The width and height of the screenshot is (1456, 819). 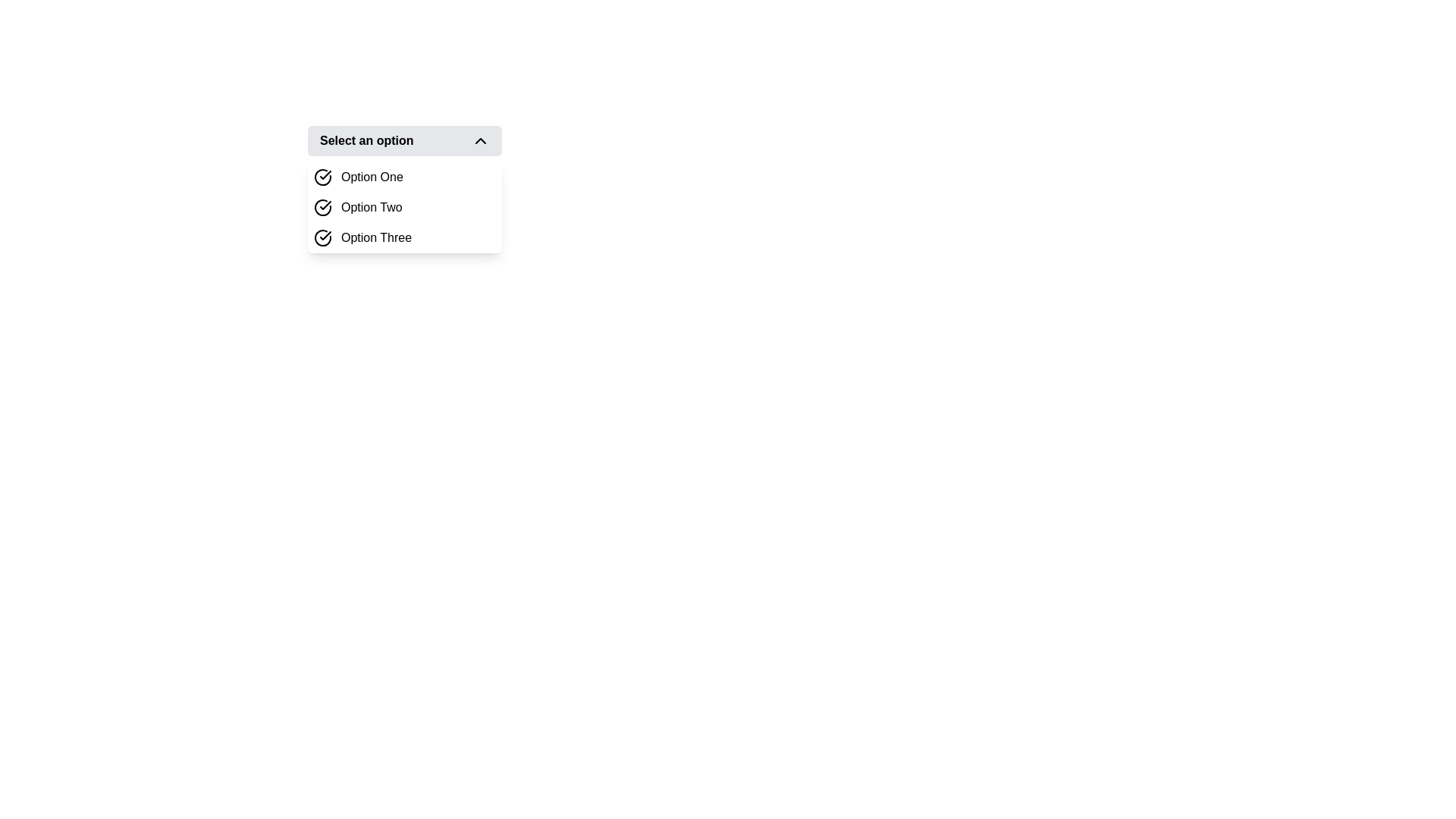 I want to click on the first selectable item in the dropdown menu, so click(x=404, y=177).